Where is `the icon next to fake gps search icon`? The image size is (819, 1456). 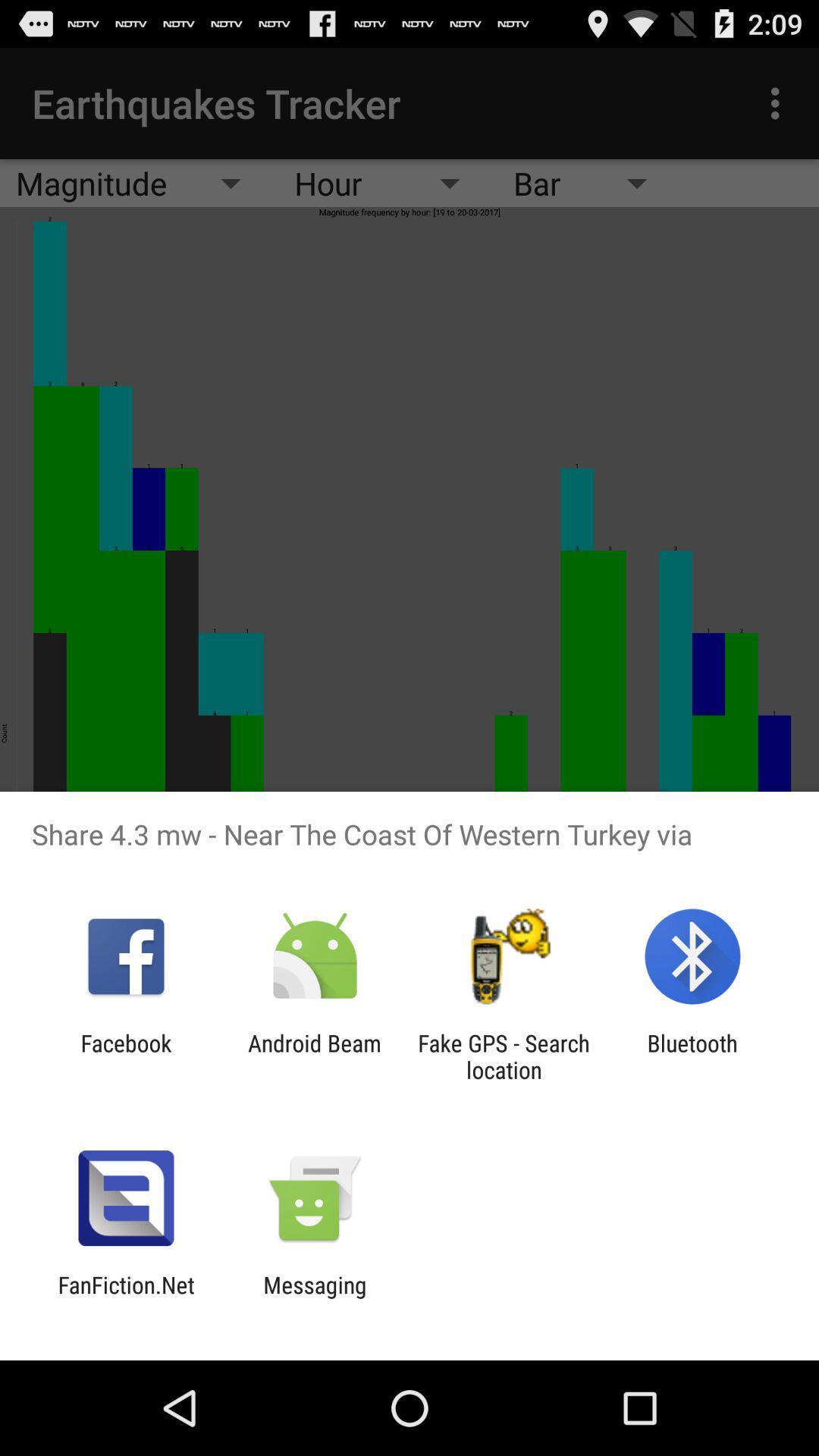 the icon next to fake gps search icon is located at coordinates (314, 1056).